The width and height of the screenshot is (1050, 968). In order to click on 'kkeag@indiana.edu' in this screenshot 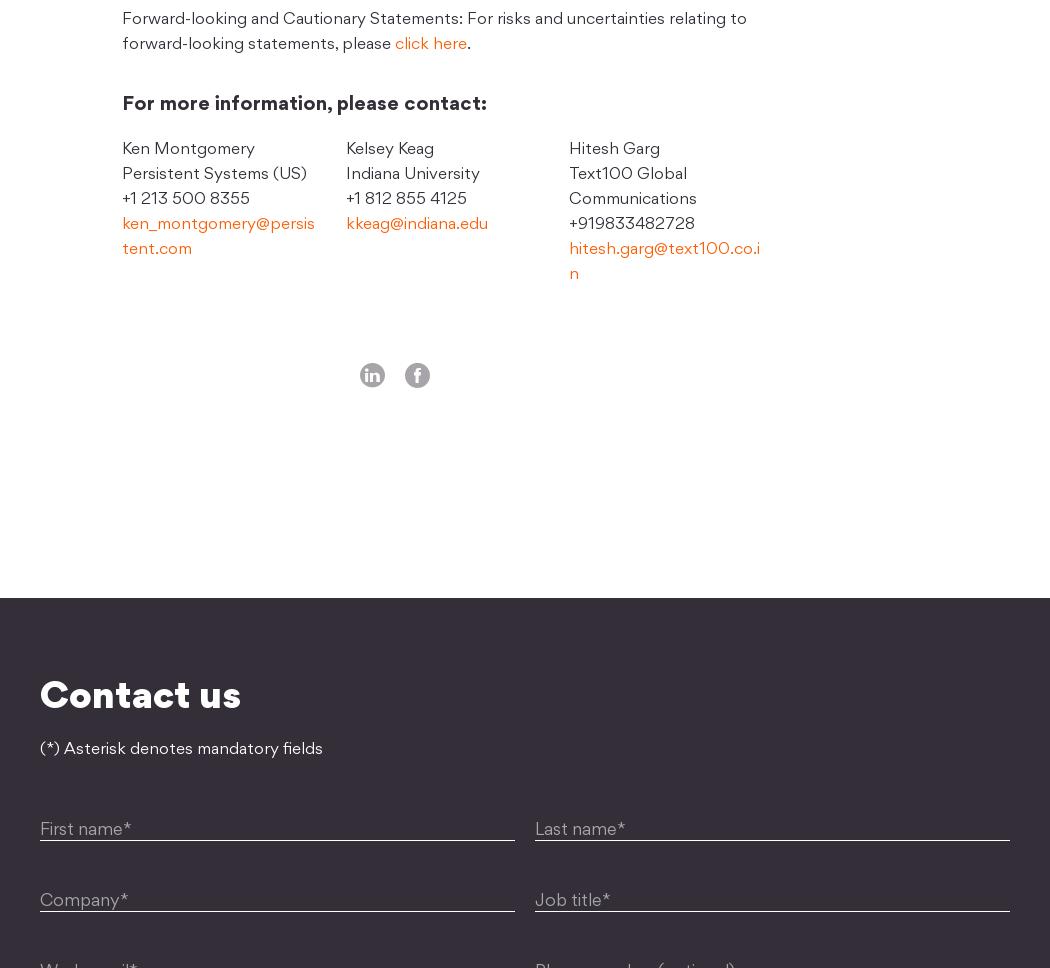, I will do `click(415, 223)`.